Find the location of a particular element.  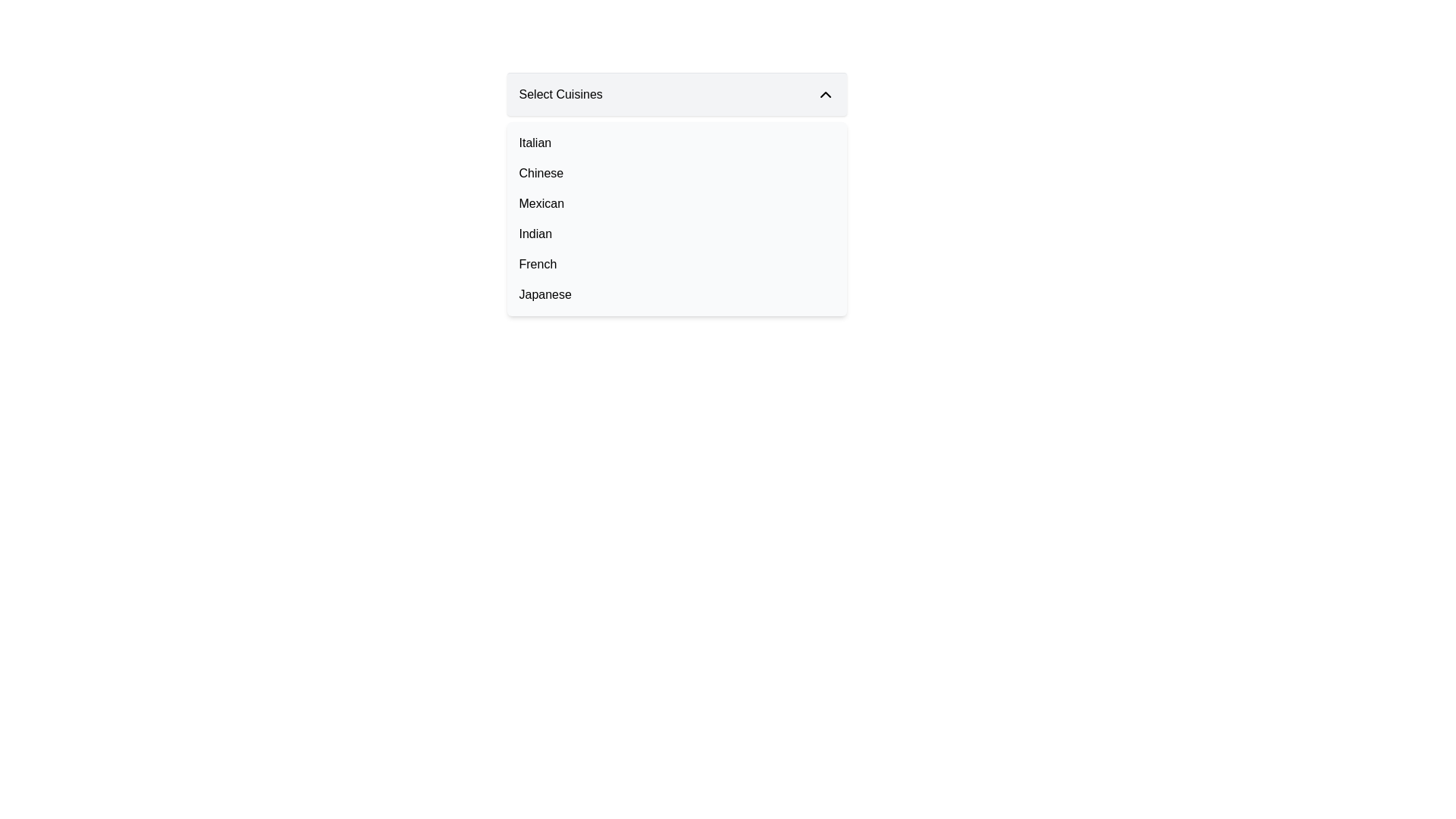

the text element displaying 'Italian' located within the dropdown menu beneath the label 'Select Cuisines' is located at coordinates (535, 143).